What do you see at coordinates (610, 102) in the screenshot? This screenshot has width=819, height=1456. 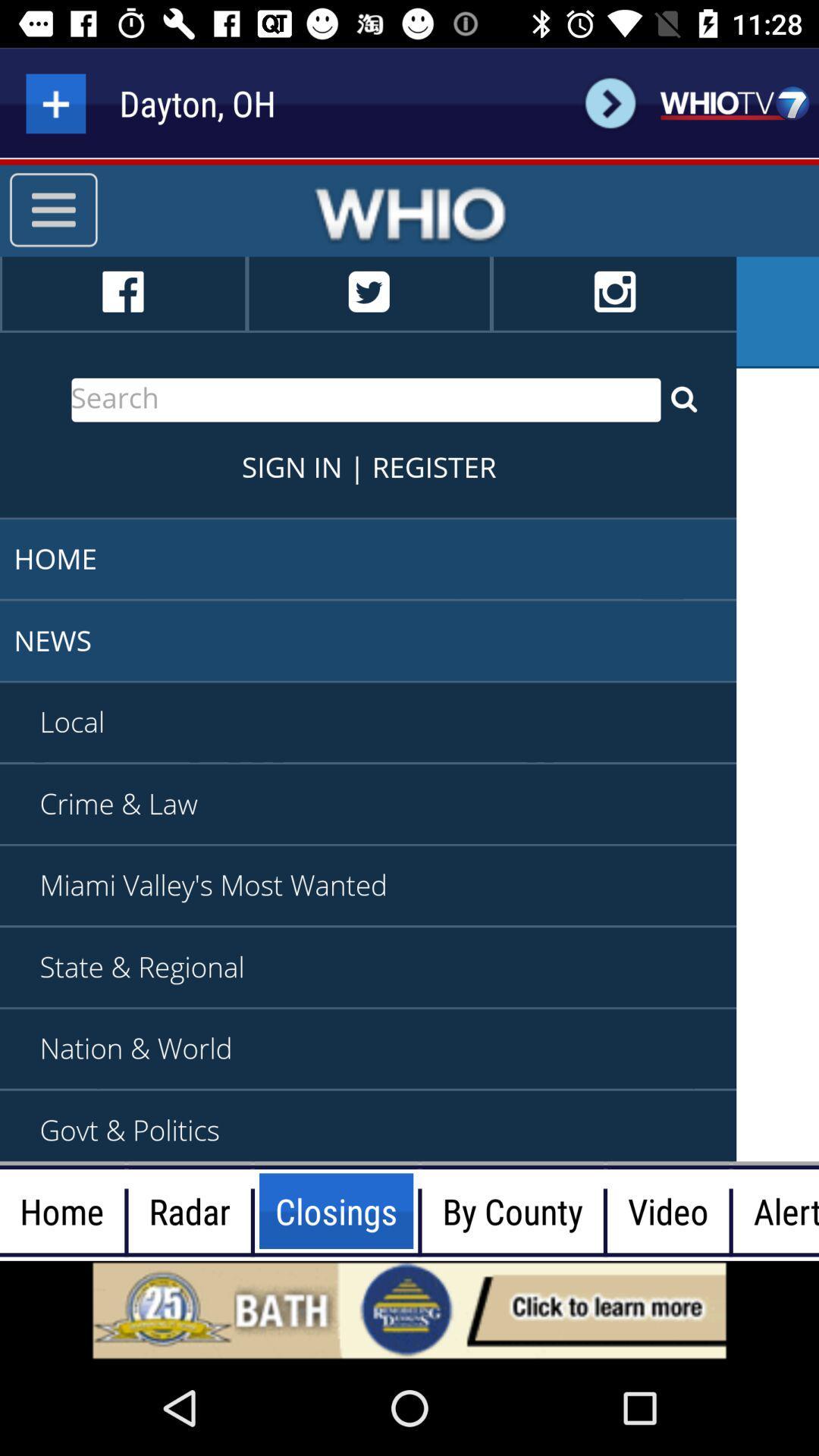 I see `the arrow_forward icon` at bounding box center [610, 102].